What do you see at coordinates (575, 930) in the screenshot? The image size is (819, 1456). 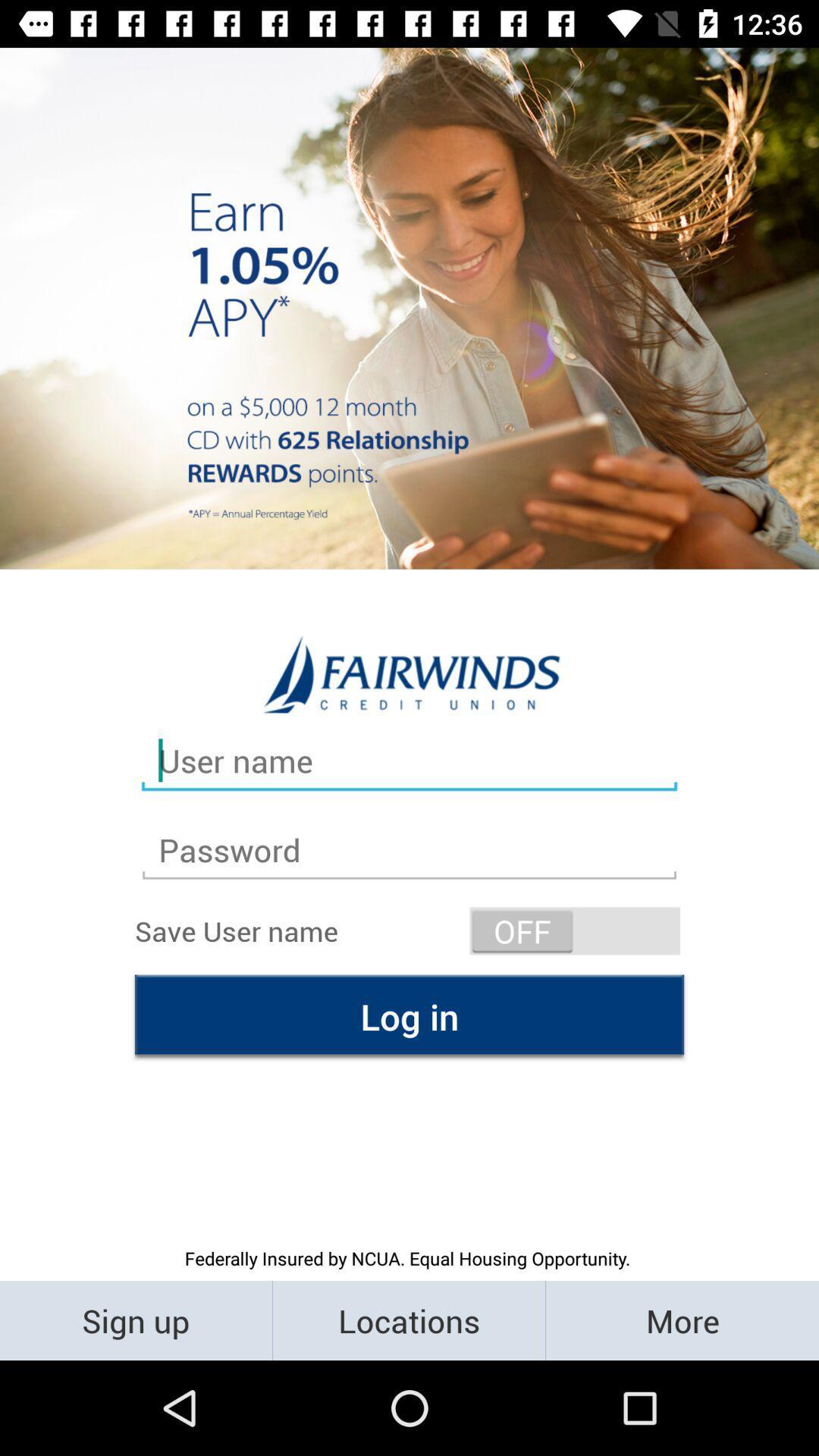 I see `icon on the right` at bounding box center [575, 930].